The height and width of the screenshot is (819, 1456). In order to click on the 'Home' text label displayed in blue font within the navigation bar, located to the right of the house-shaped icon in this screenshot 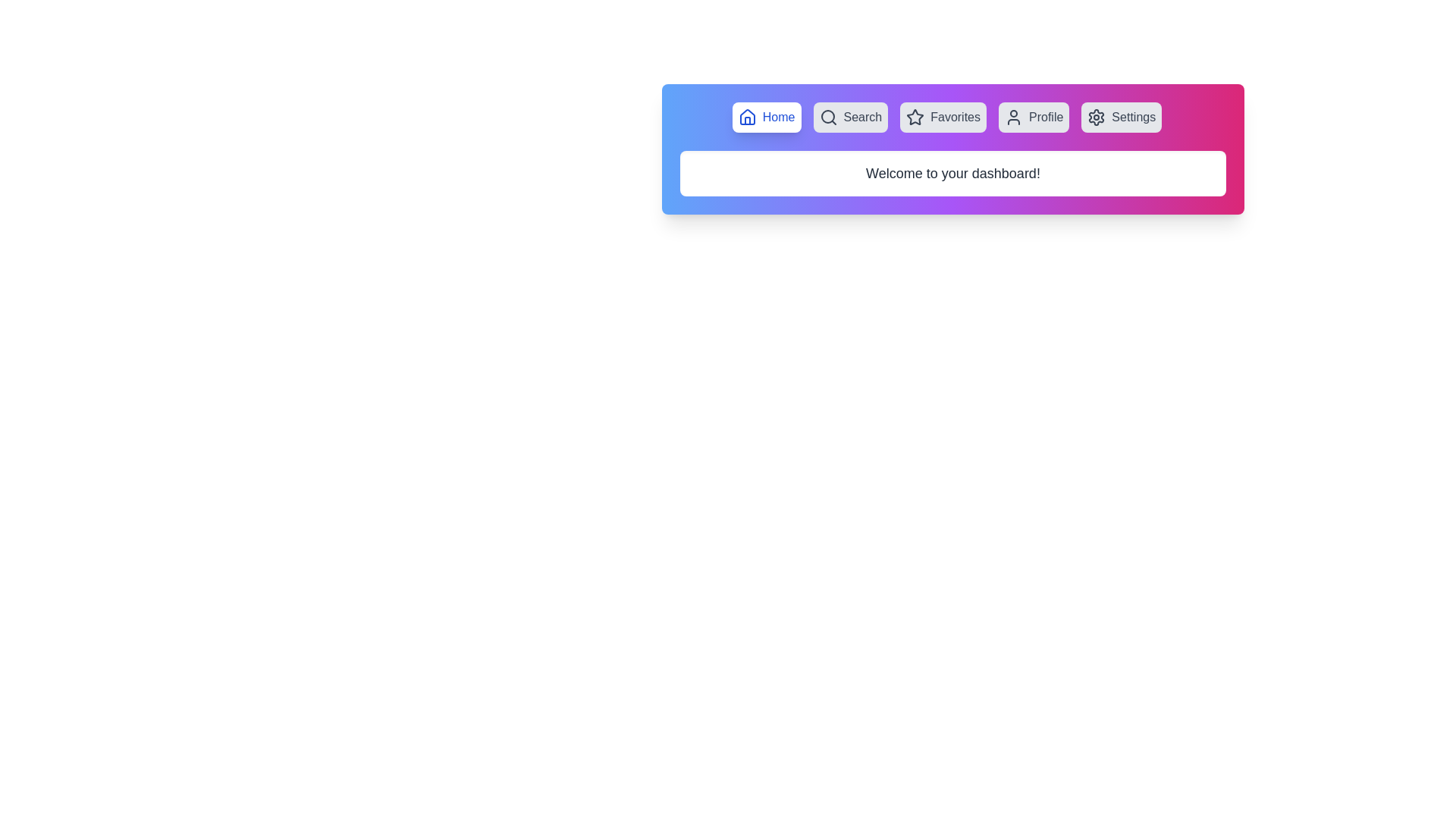, I will do `click(779, 116)`.